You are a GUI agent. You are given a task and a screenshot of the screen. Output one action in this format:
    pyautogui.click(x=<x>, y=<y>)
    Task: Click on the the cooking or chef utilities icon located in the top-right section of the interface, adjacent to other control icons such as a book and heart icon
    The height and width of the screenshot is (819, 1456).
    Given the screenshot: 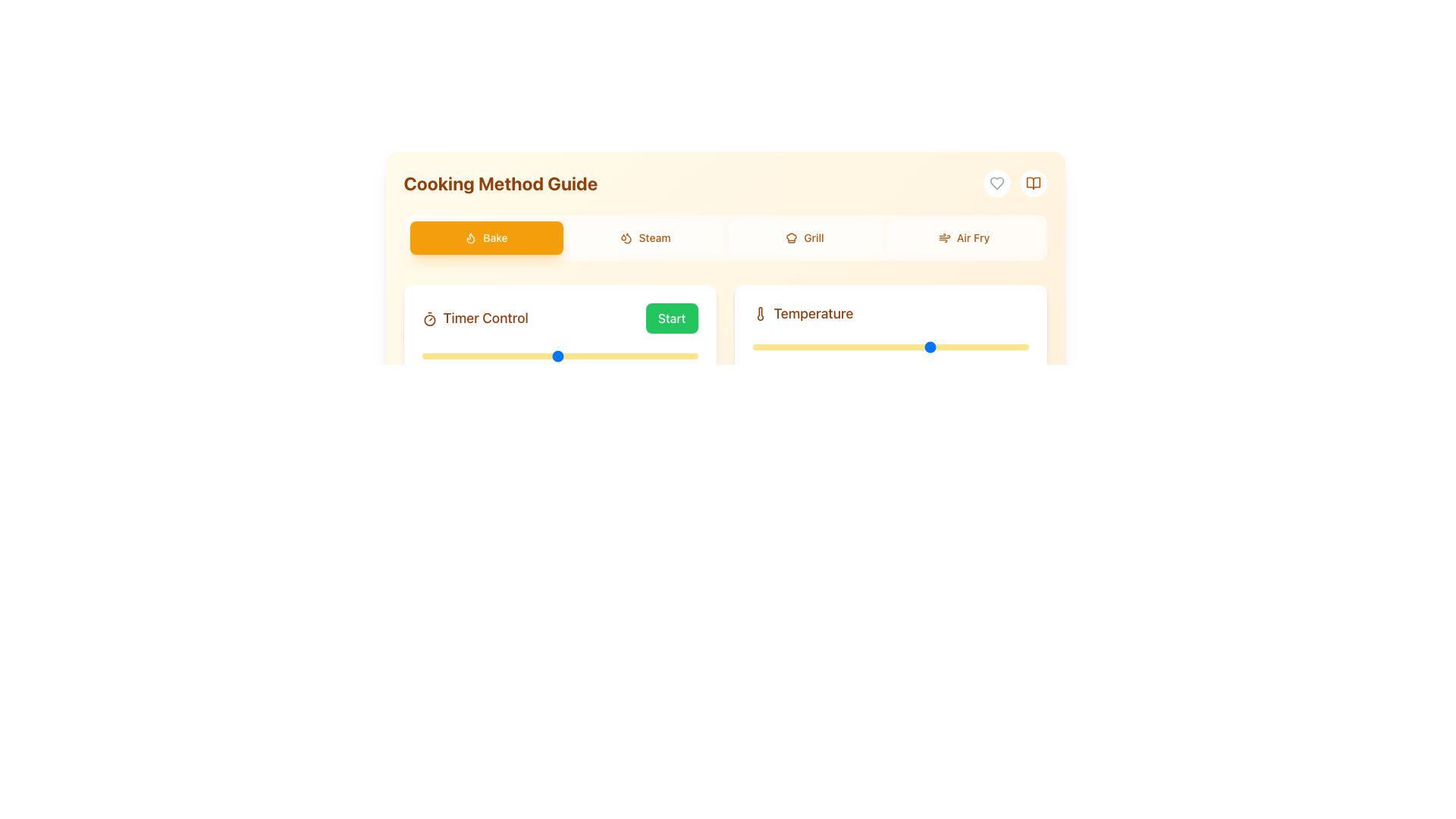 What is the action you would take?
    pyautogui.click(x=791, y=237)
    